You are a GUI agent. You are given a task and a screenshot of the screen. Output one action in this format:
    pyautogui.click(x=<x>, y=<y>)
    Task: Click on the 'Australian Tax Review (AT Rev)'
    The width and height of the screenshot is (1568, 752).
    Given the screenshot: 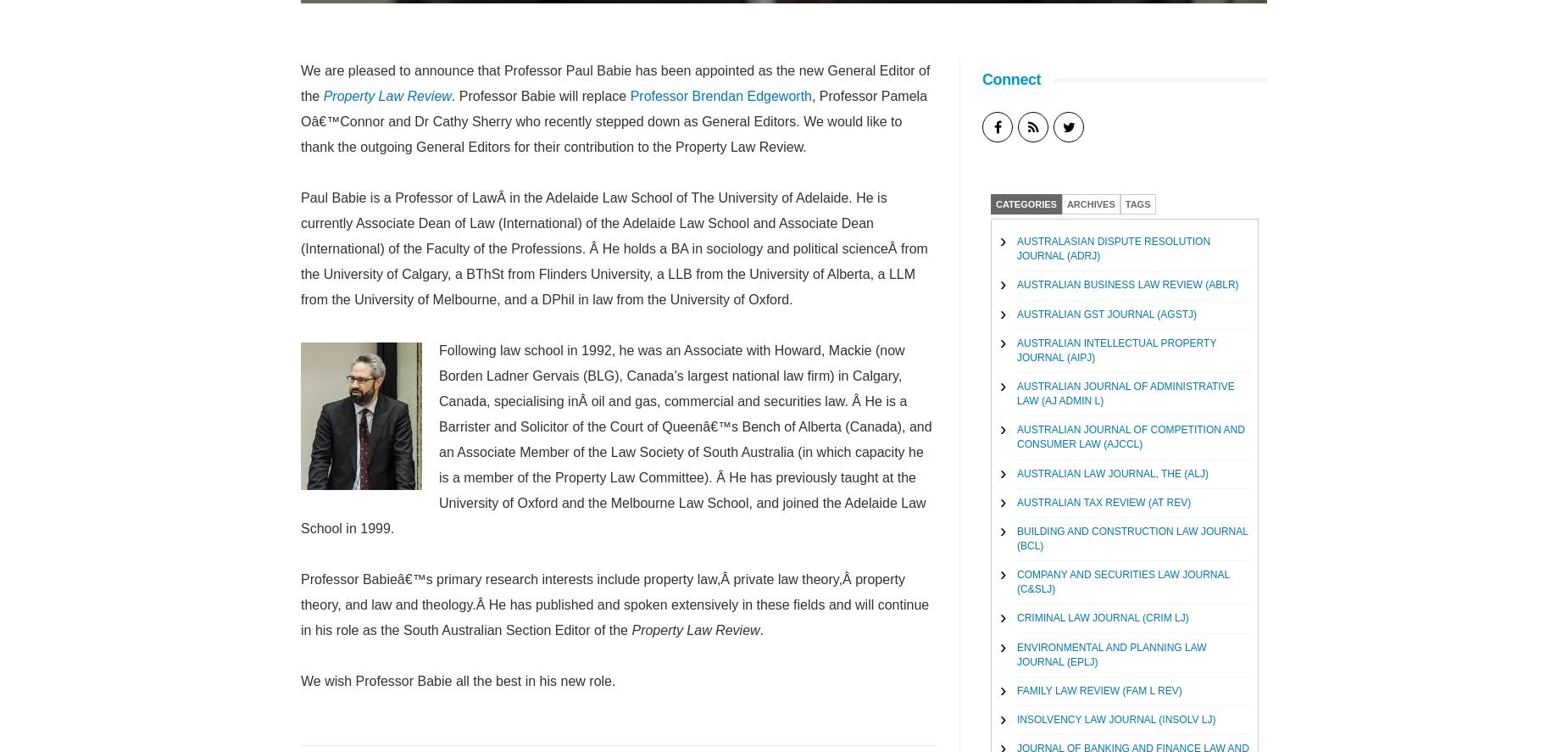 What is the action you would take?
    pyautogui.click(x=1103, y=500)
    